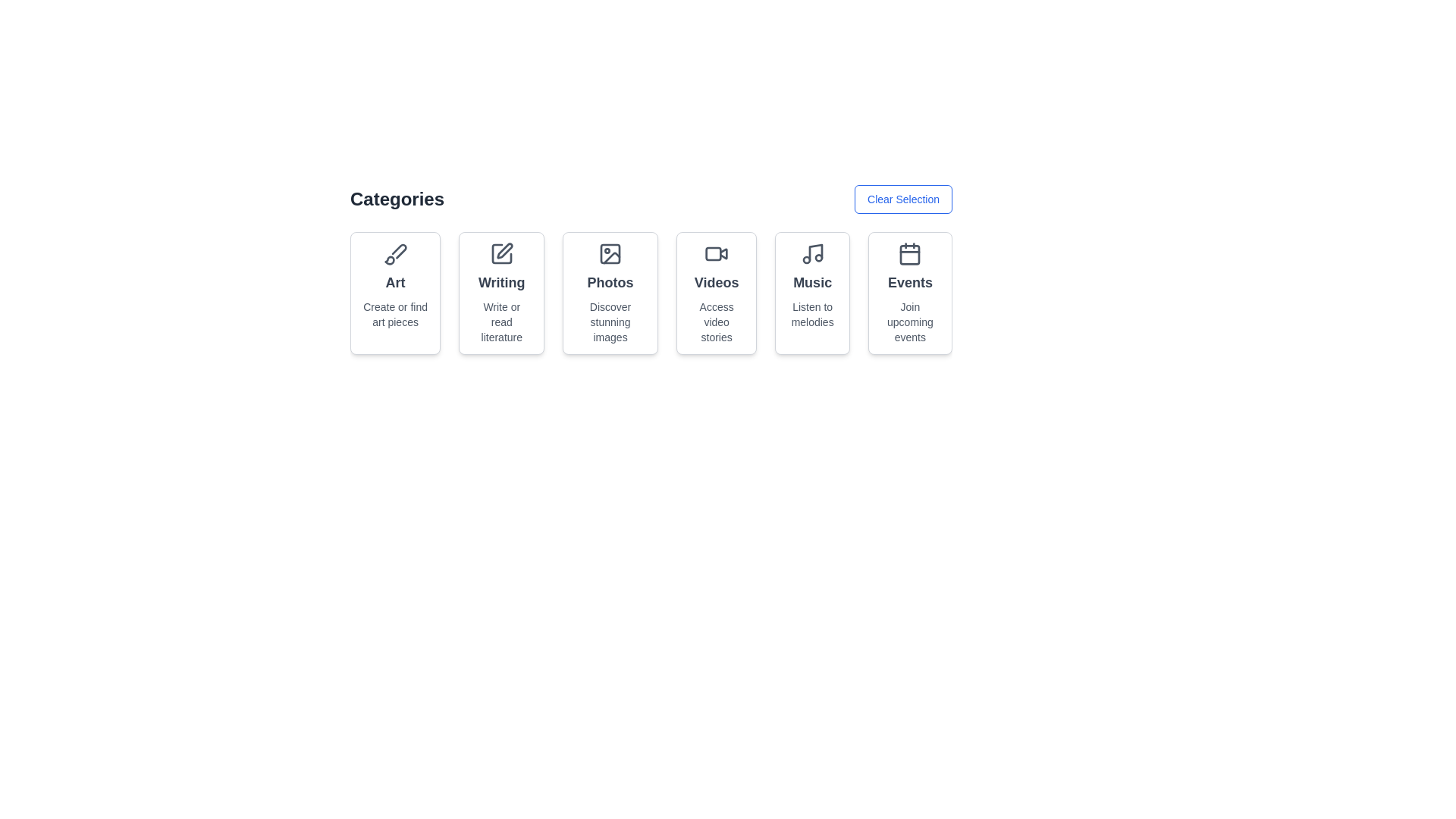 Image resolution: width=1456 pixels, height=819 pixels. Describe the element at coordinates (811, 283) in the screenshot. I see `the 'Music' text label, which is centrally located in a card layout and is positioned below a musical note icon and above the subtitle 'Listen to melodies'` at that location.